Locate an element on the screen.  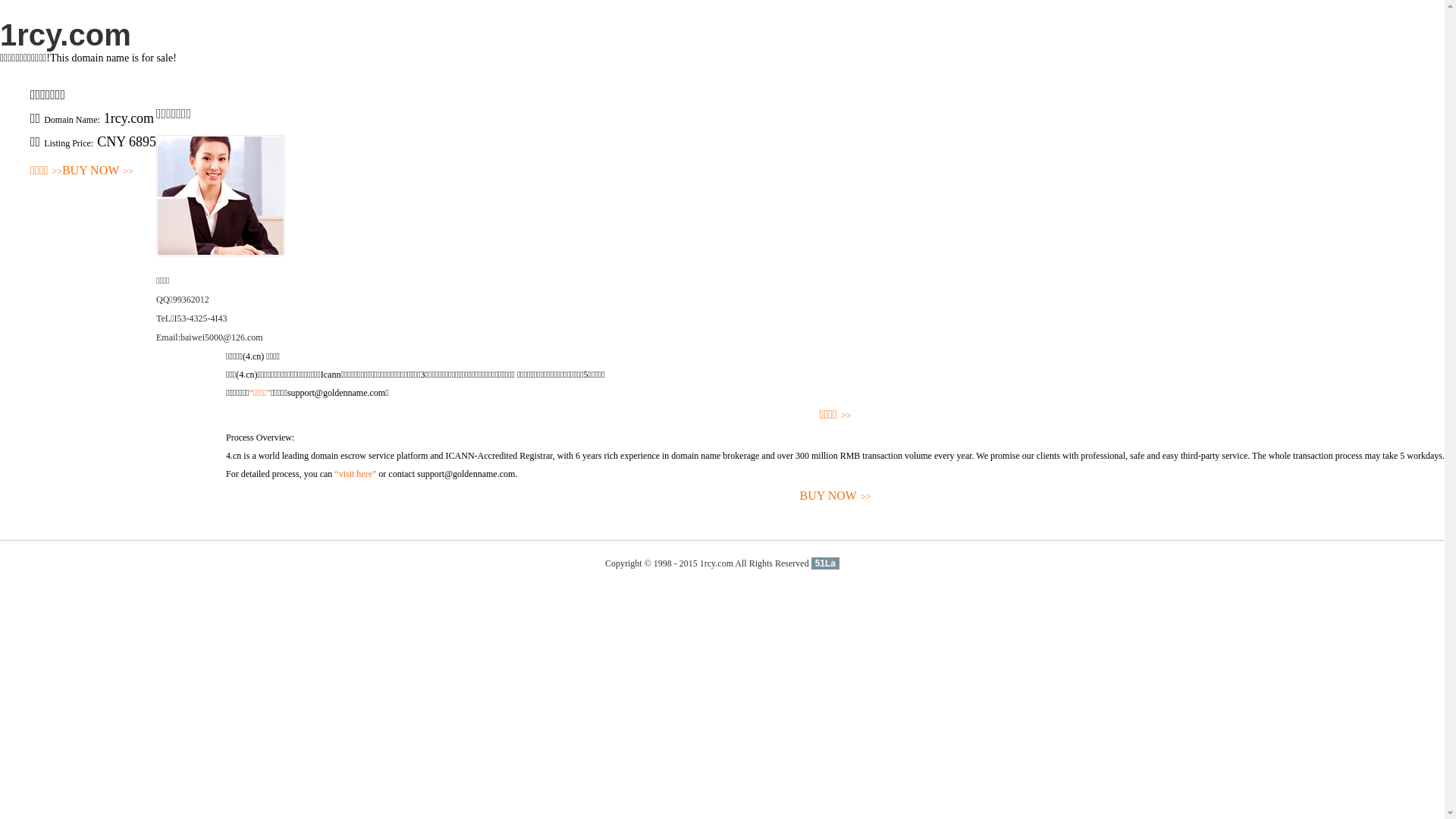
'BUY NOW>>' is located at coordinates (97, 171).